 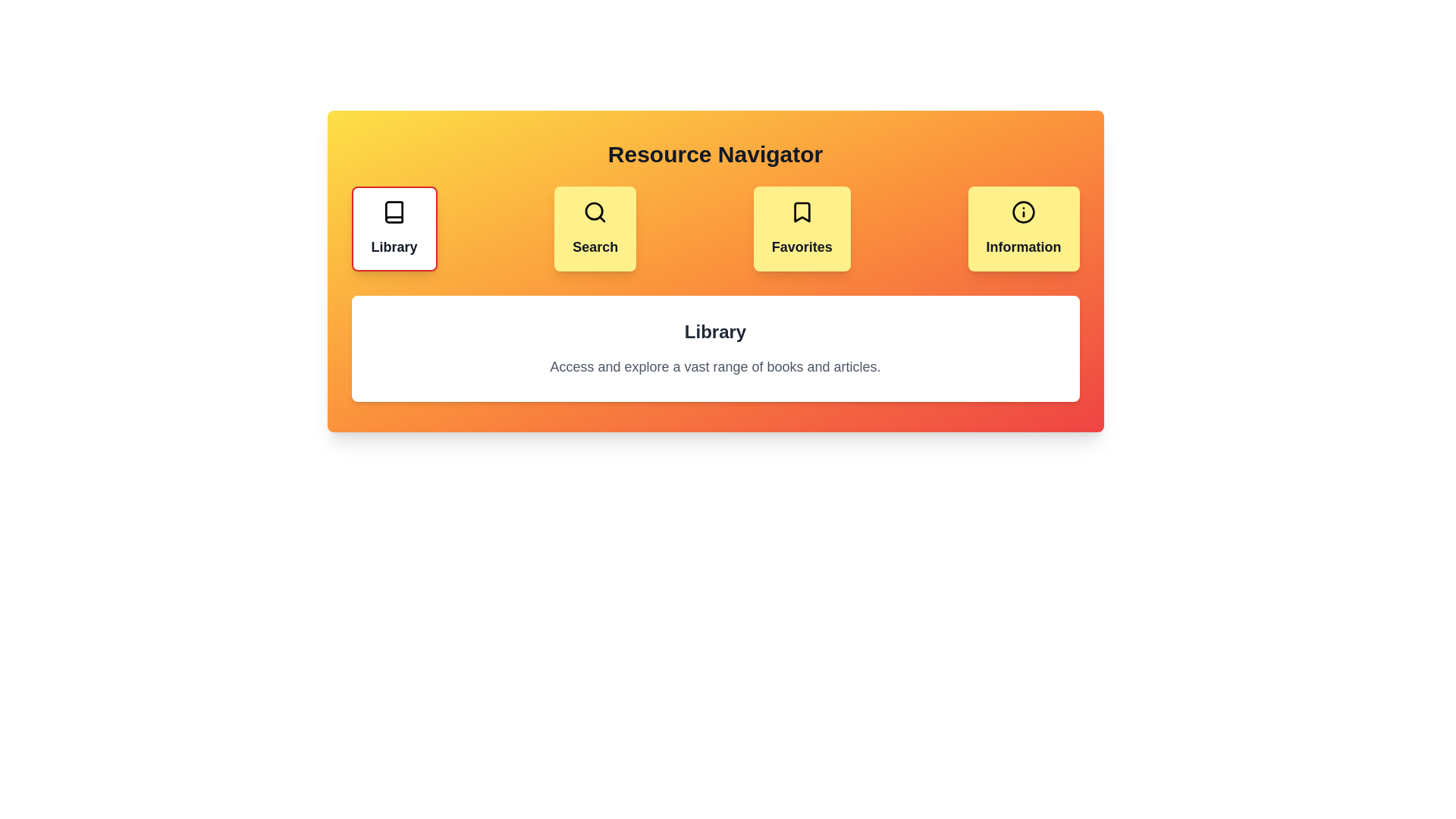 I want to click on the tab labeled Information to switch to that tab, so click(x=1023, y=228).